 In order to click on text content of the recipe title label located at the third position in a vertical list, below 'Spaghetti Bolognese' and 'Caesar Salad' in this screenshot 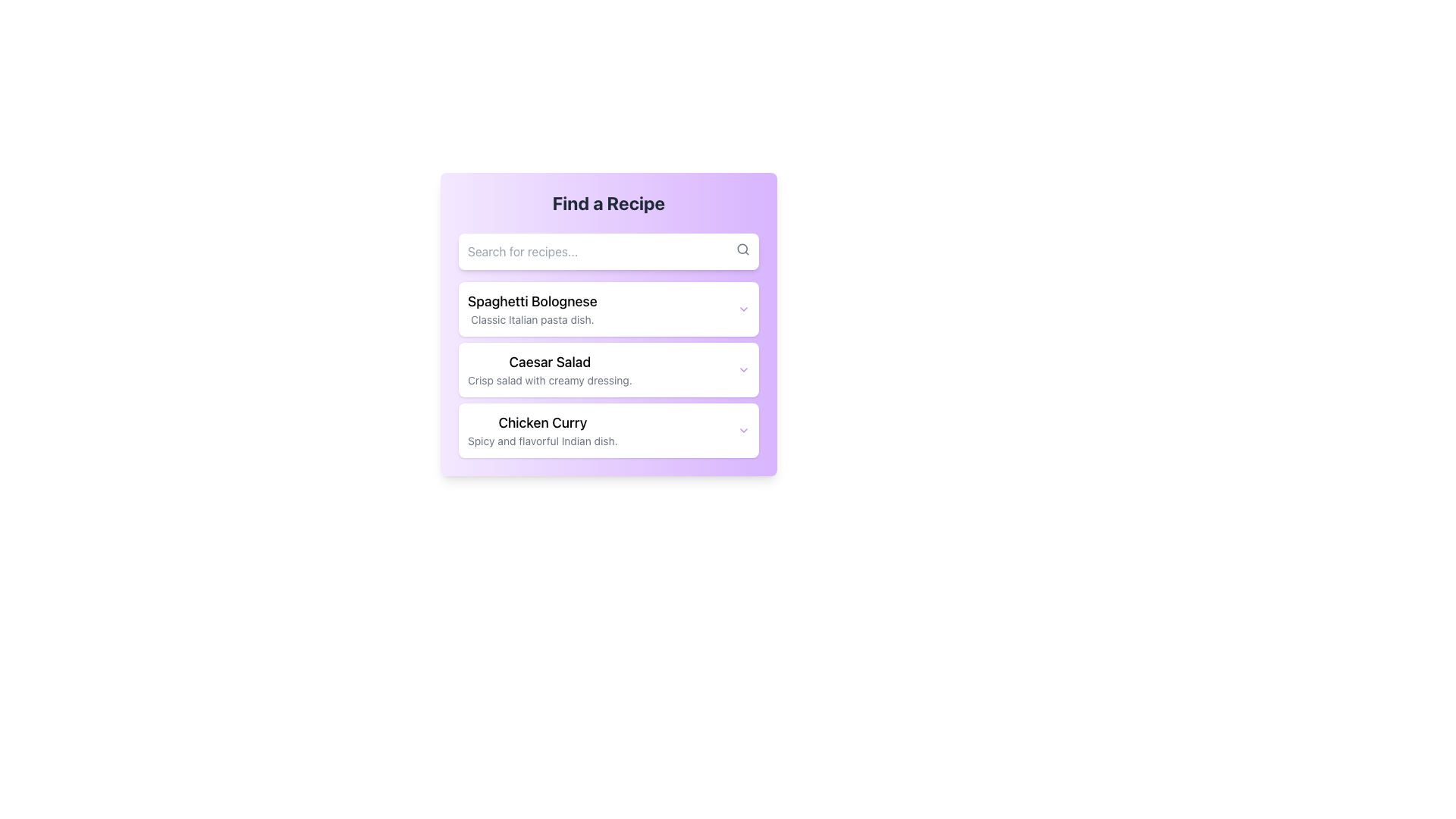, I will do `click(542, 423)`.